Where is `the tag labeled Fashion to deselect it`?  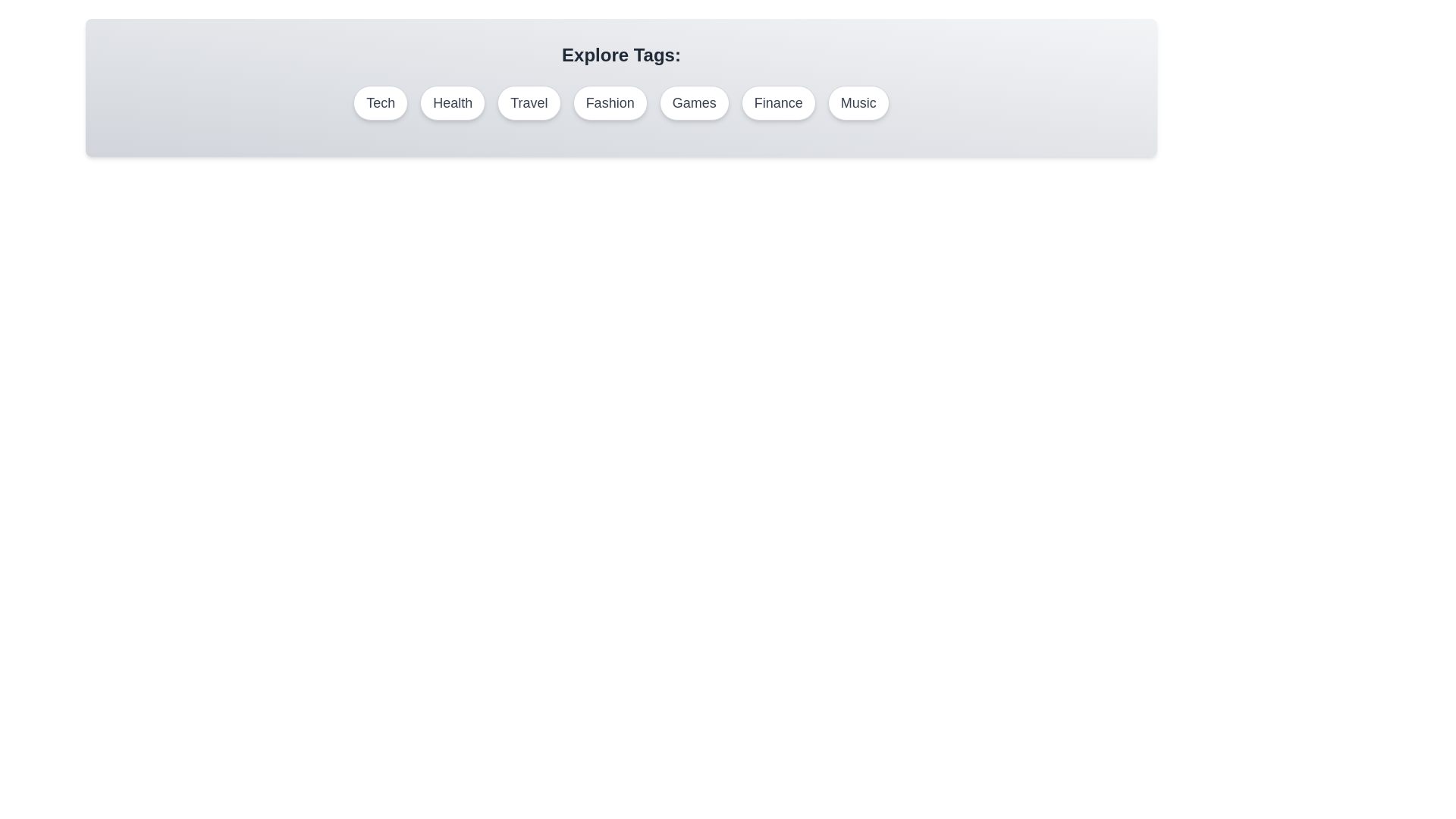
the tag labeled Fashion to deselect it is located at coordinates (610, 102).